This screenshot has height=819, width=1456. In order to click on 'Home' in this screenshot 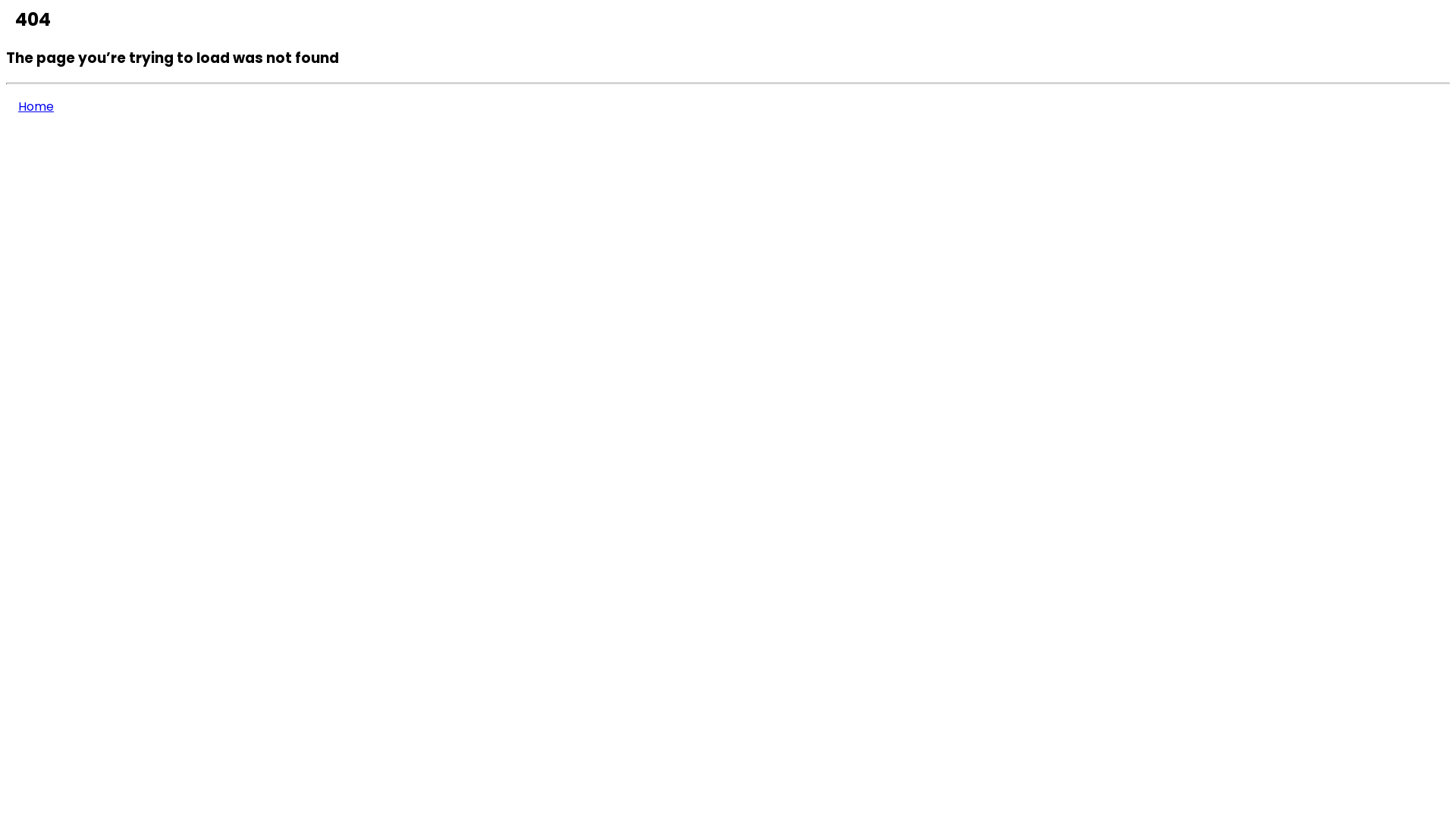, I will do `click(36, 105)`.